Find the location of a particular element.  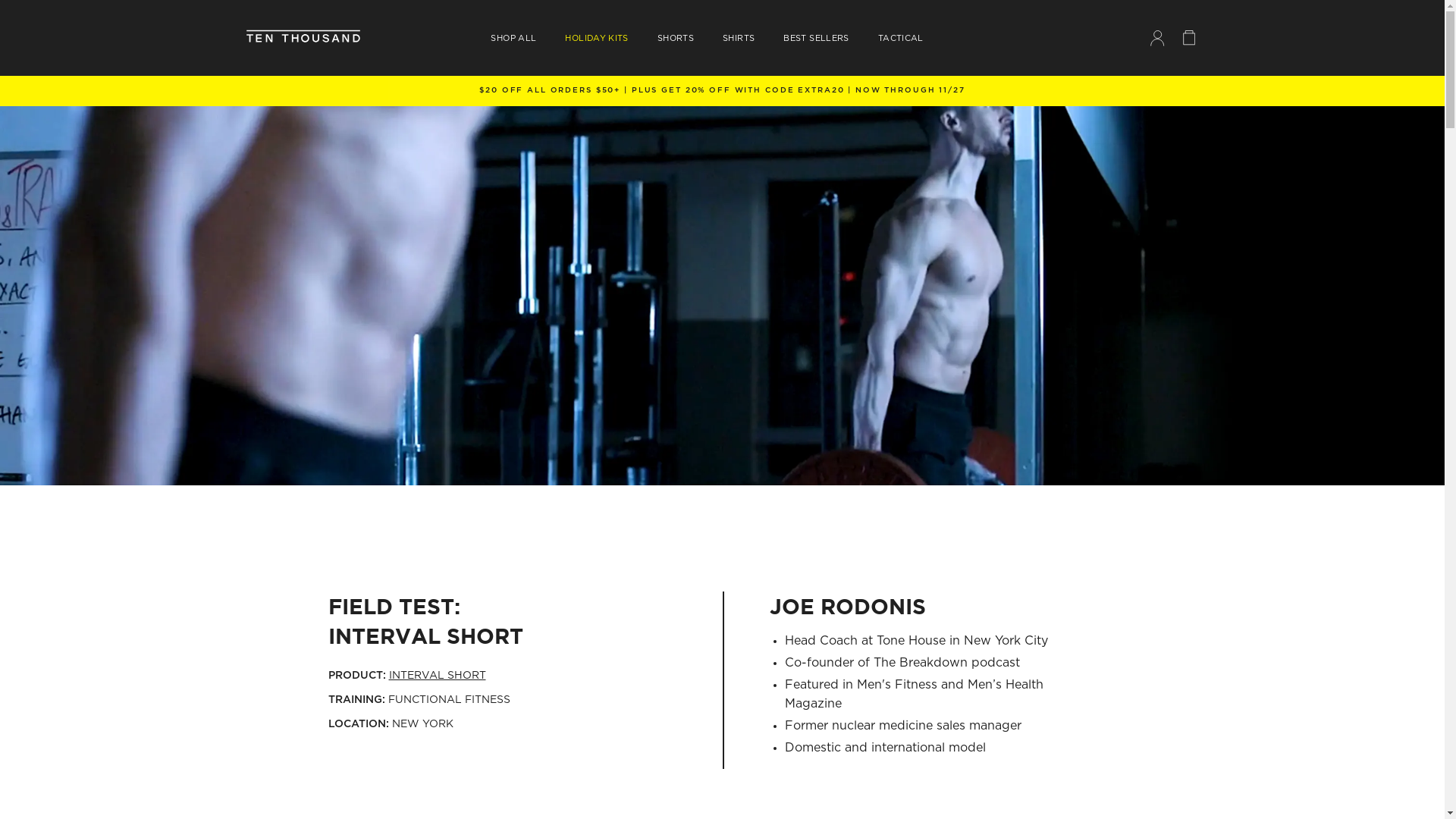

'FREE SHIPPING ON ORDERS $150+' is located at coordinates (720, 90).